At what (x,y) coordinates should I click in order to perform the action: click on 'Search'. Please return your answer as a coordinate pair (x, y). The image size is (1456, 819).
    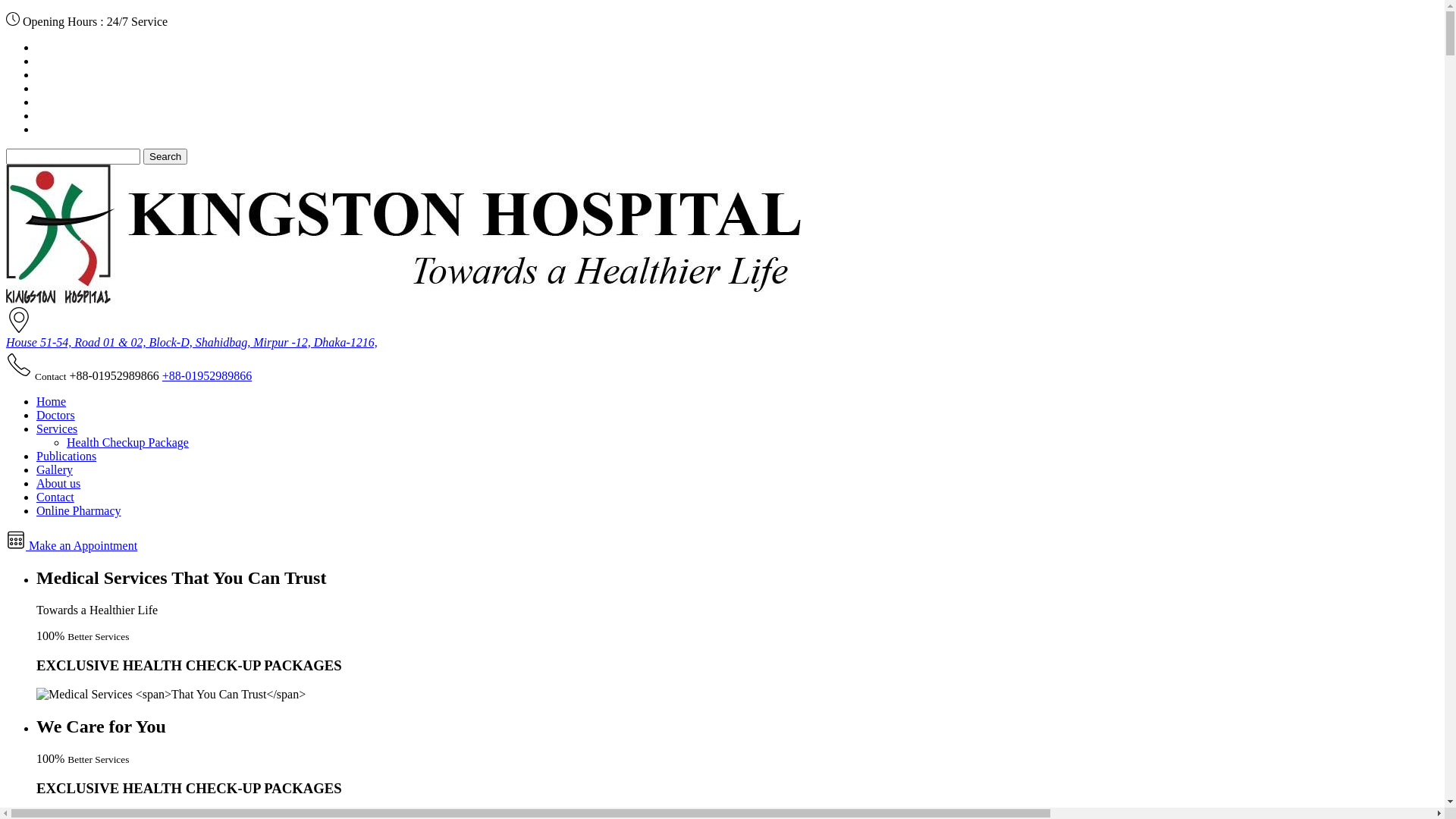
    Looking at the image, I should click on (165, 156).